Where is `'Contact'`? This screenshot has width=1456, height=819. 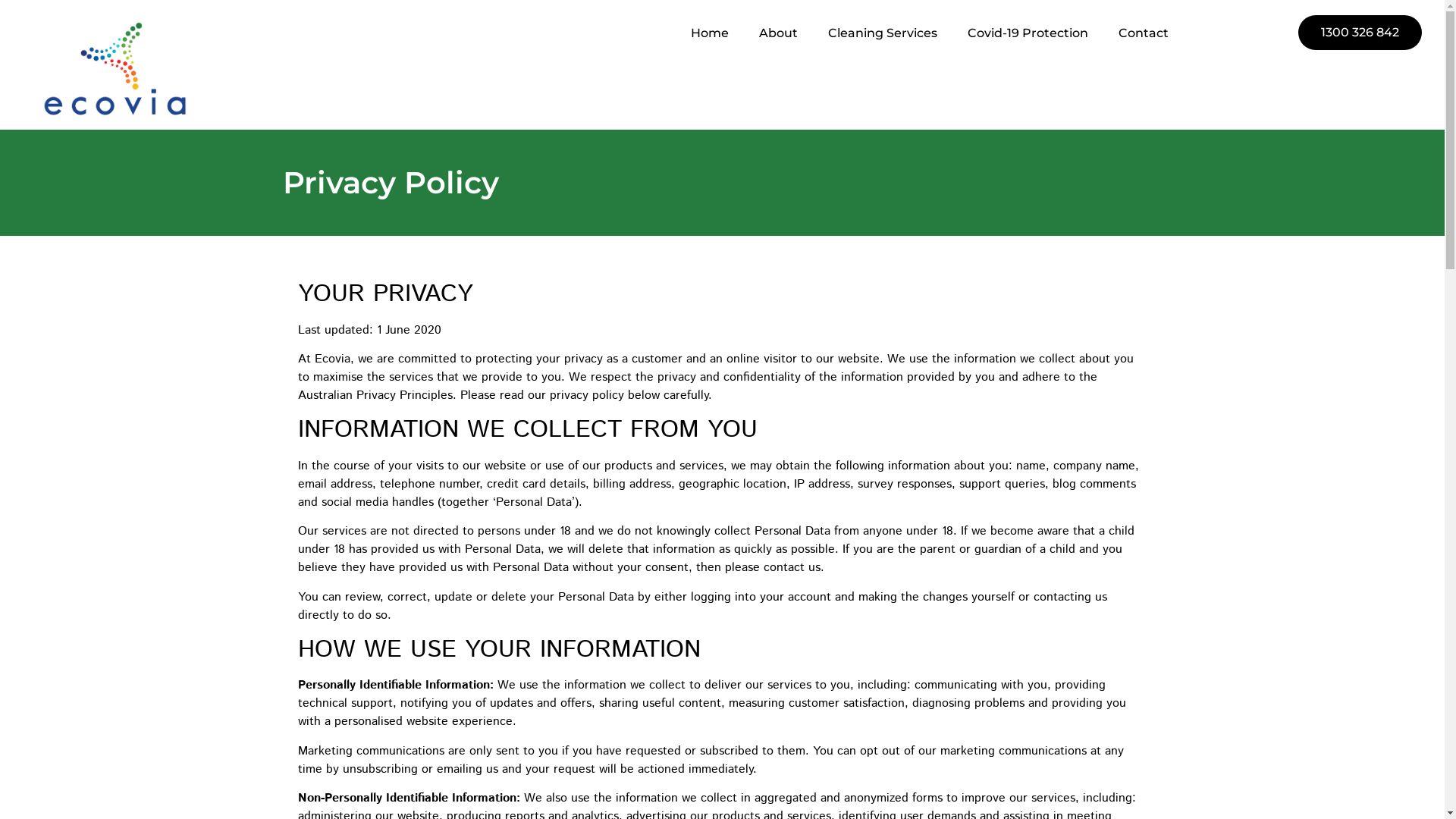
'Contact' is located at coordinates (1143, 33).